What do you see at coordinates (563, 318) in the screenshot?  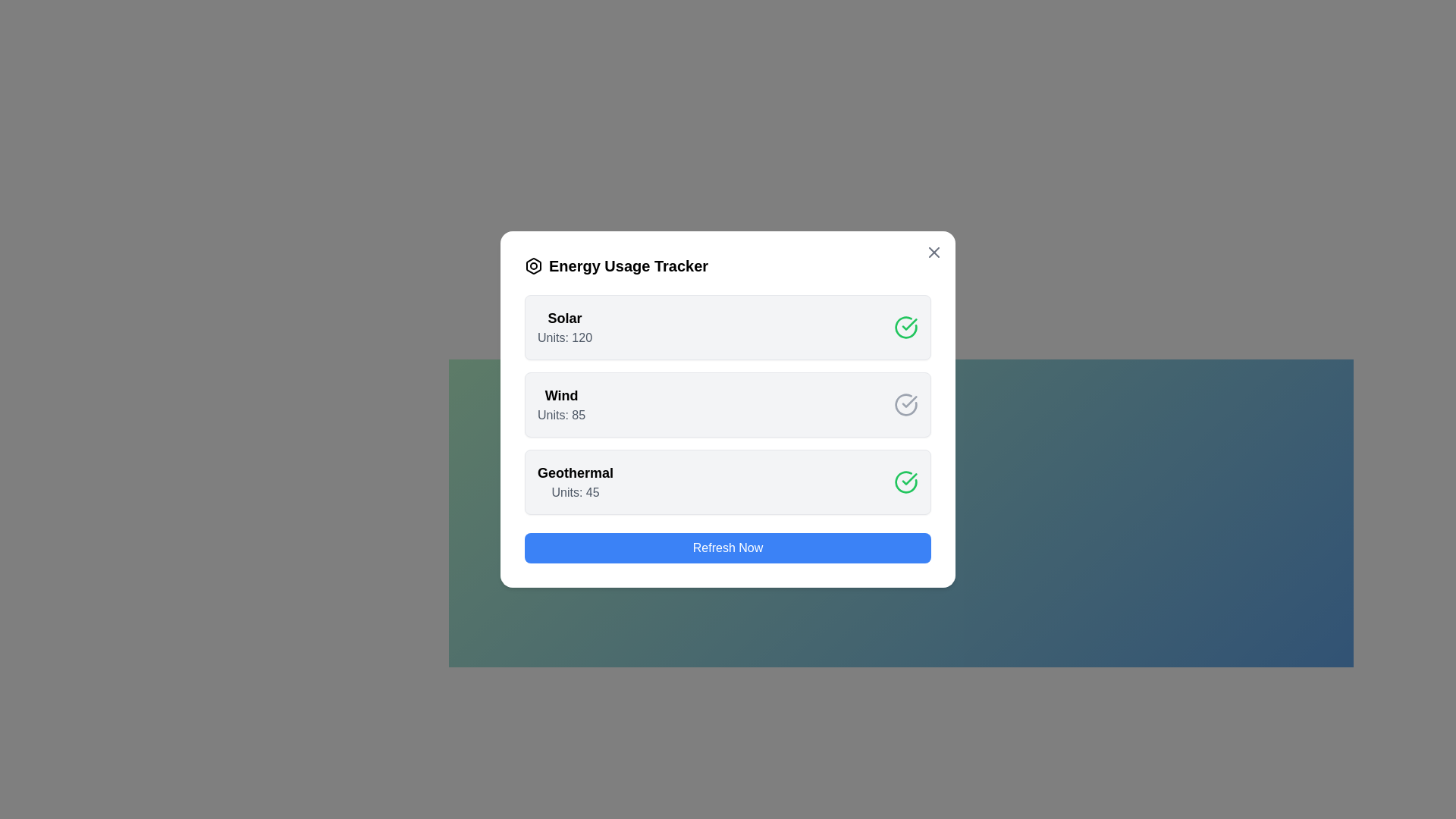 I see `the 'Solar' text label, which identifies the energy category within the first section of the energy sources list, positioned above the 'Units: 120' label` at bounding box center [563, 318].